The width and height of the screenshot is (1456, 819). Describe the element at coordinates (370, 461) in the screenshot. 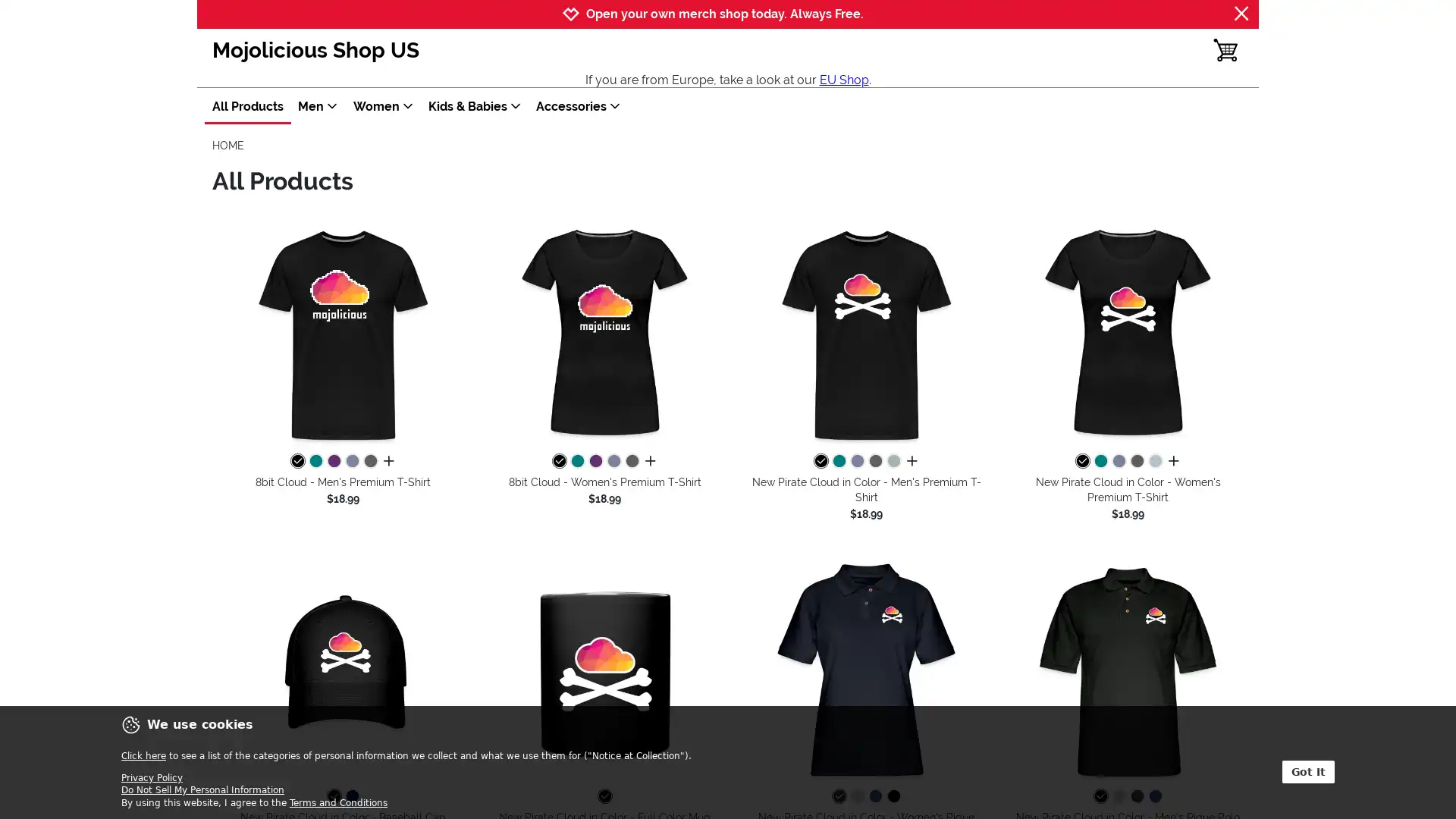

I see `charcoal grey` at that location.